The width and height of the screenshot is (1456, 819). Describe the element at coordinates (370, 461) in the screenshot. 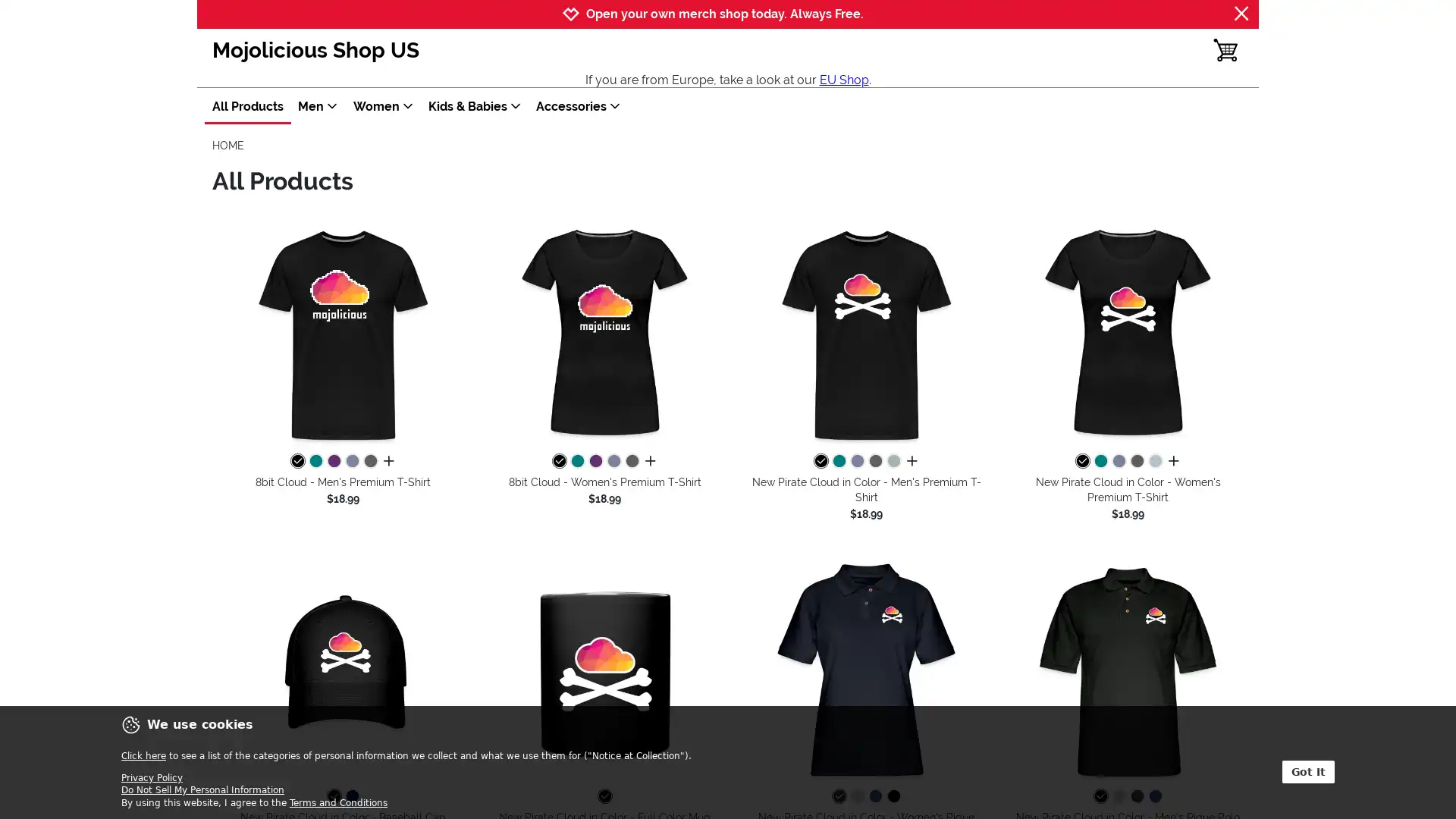

I see `charcoal grey` at that location.